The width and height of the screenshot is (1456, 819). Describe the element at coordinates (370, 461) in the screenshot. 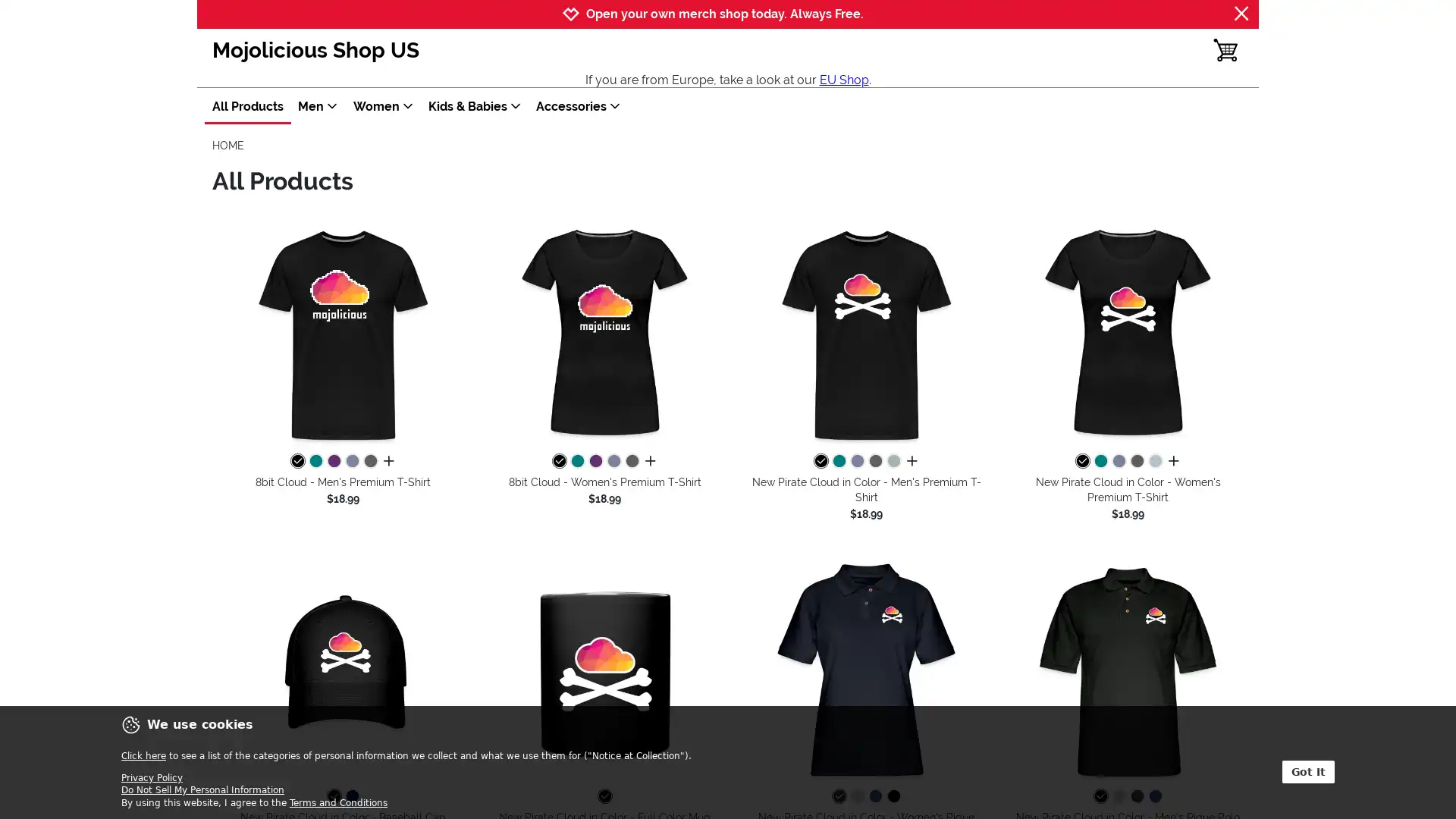

I see `charcoal grey` at that location.